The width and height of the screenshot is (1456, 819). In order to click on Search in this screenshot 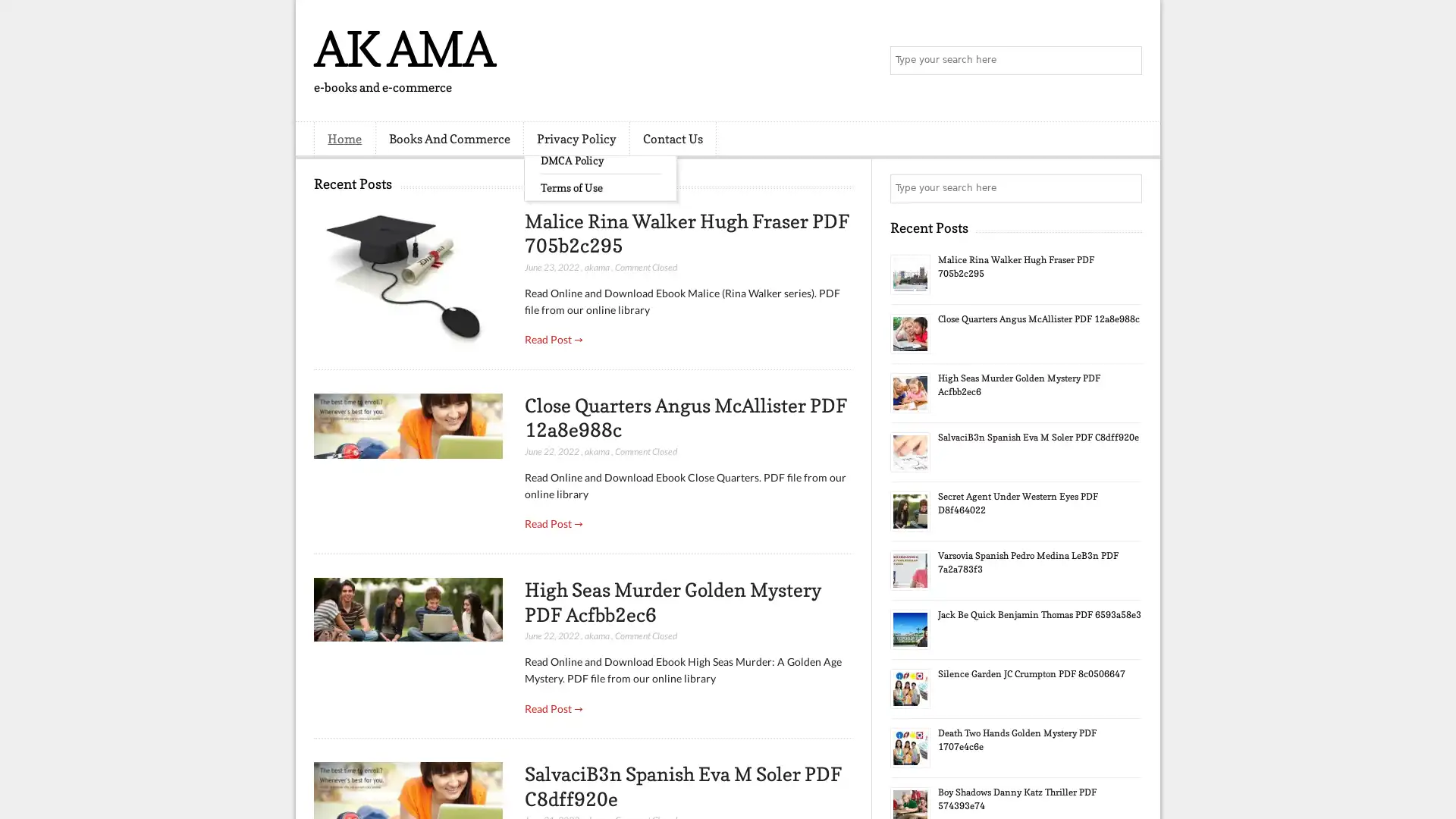, I will do `click(1126, 188)`.